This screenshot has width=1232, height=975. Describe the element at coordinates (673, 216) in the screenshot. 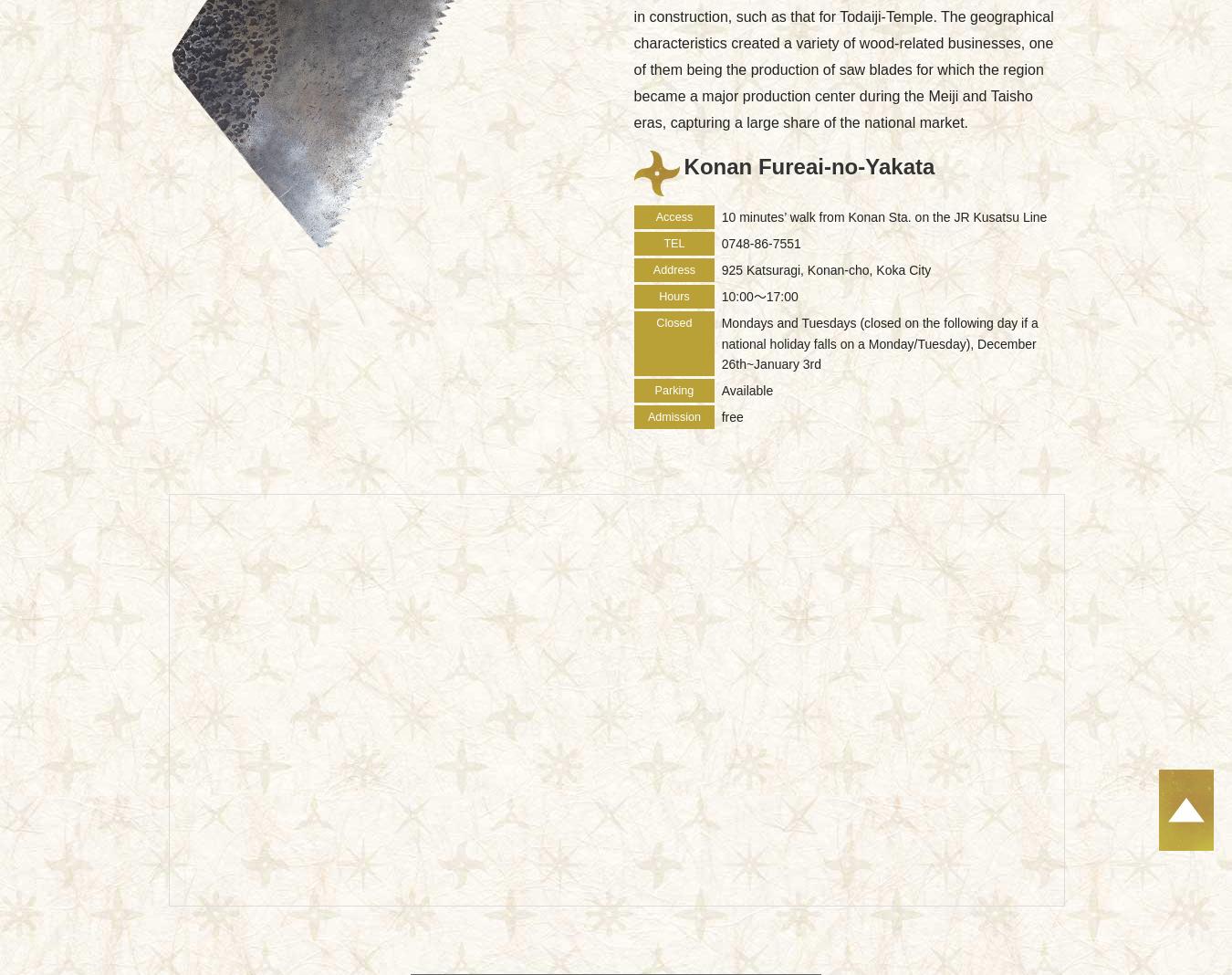

I see `'Access'` at that location.